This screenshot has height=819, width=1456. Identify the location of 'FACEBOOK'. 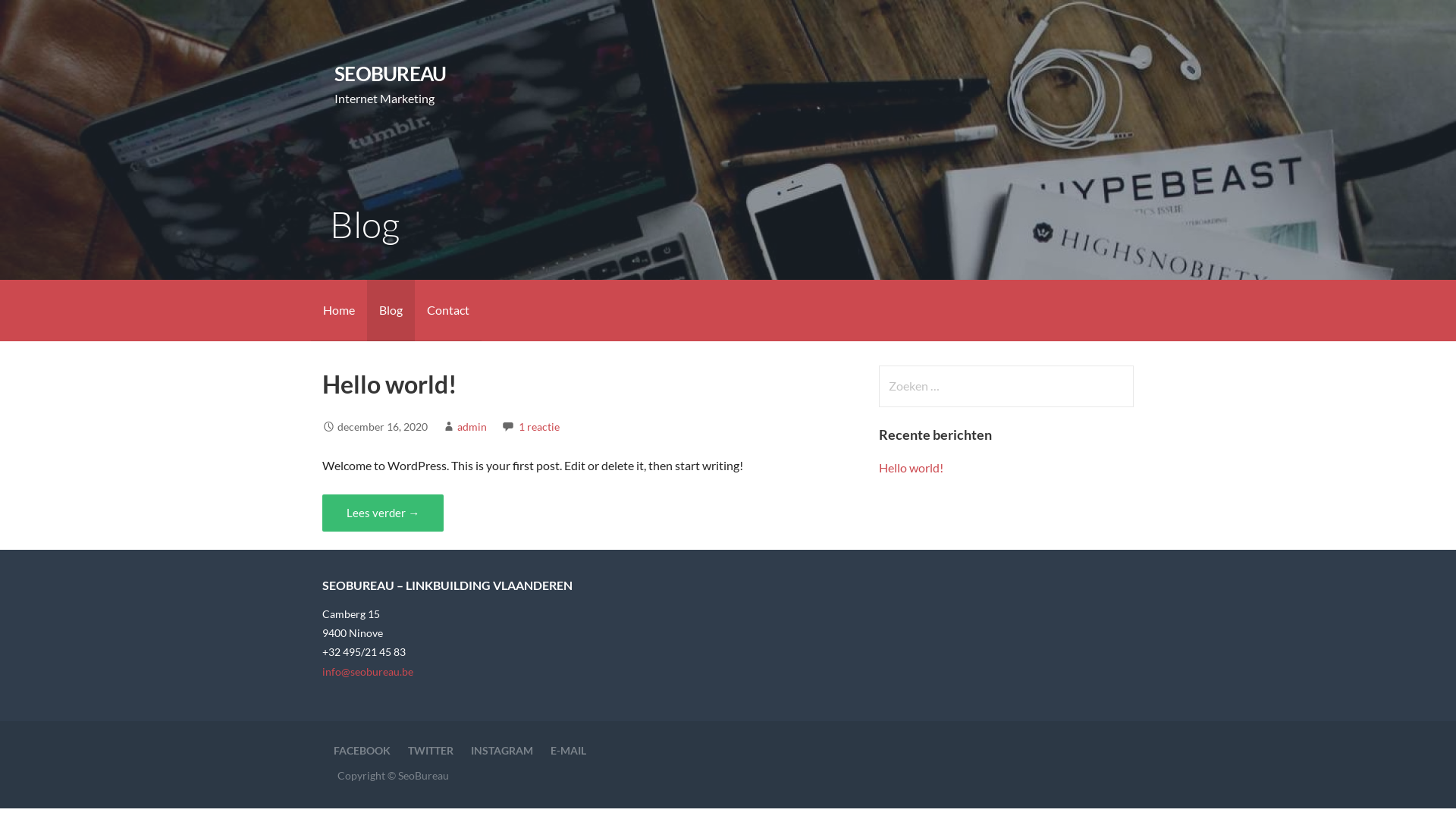
(361, 749).